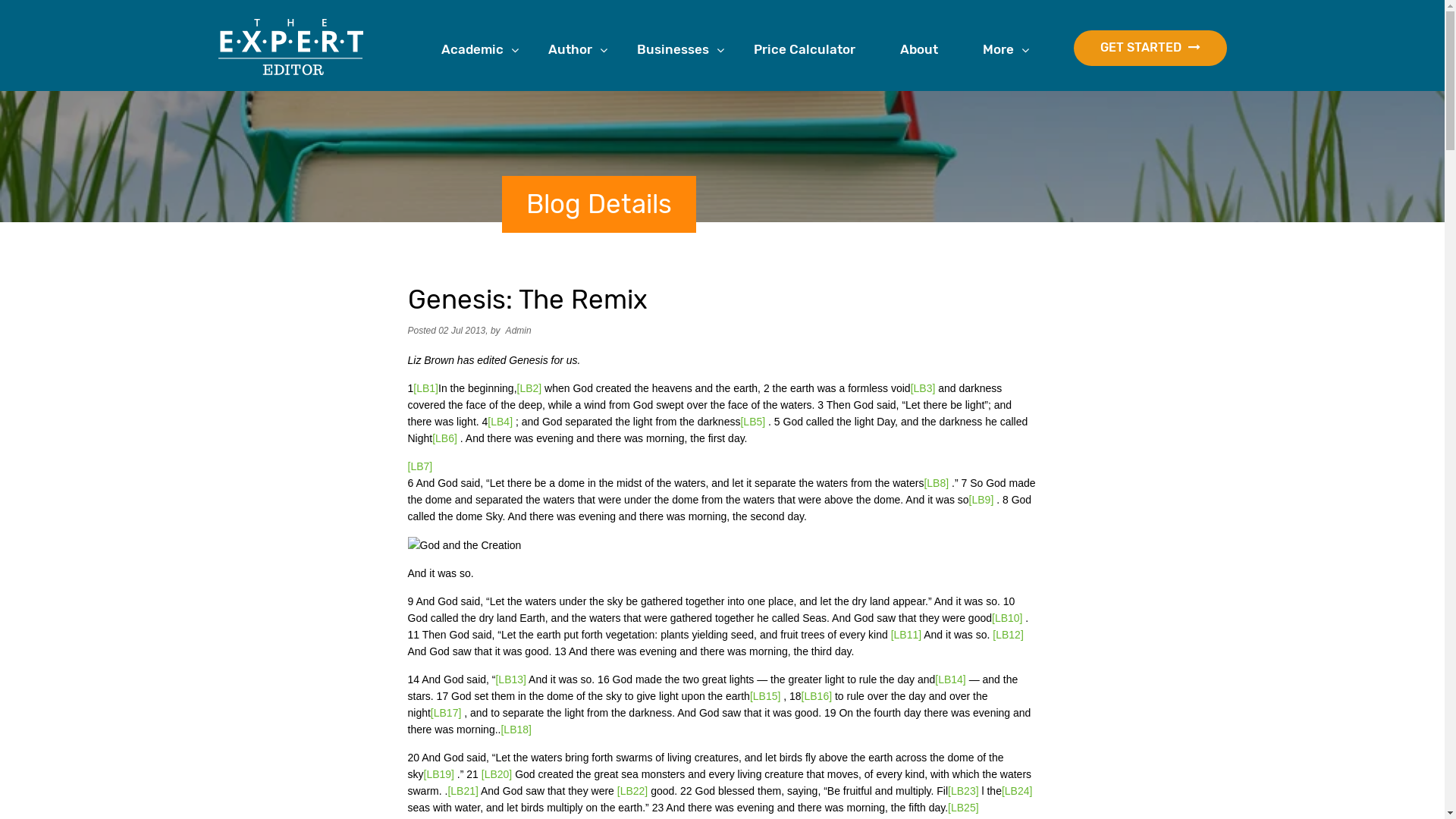 This screenshot has height=819, width=1456. I want to click on '[LB7]', so click(420, 465).